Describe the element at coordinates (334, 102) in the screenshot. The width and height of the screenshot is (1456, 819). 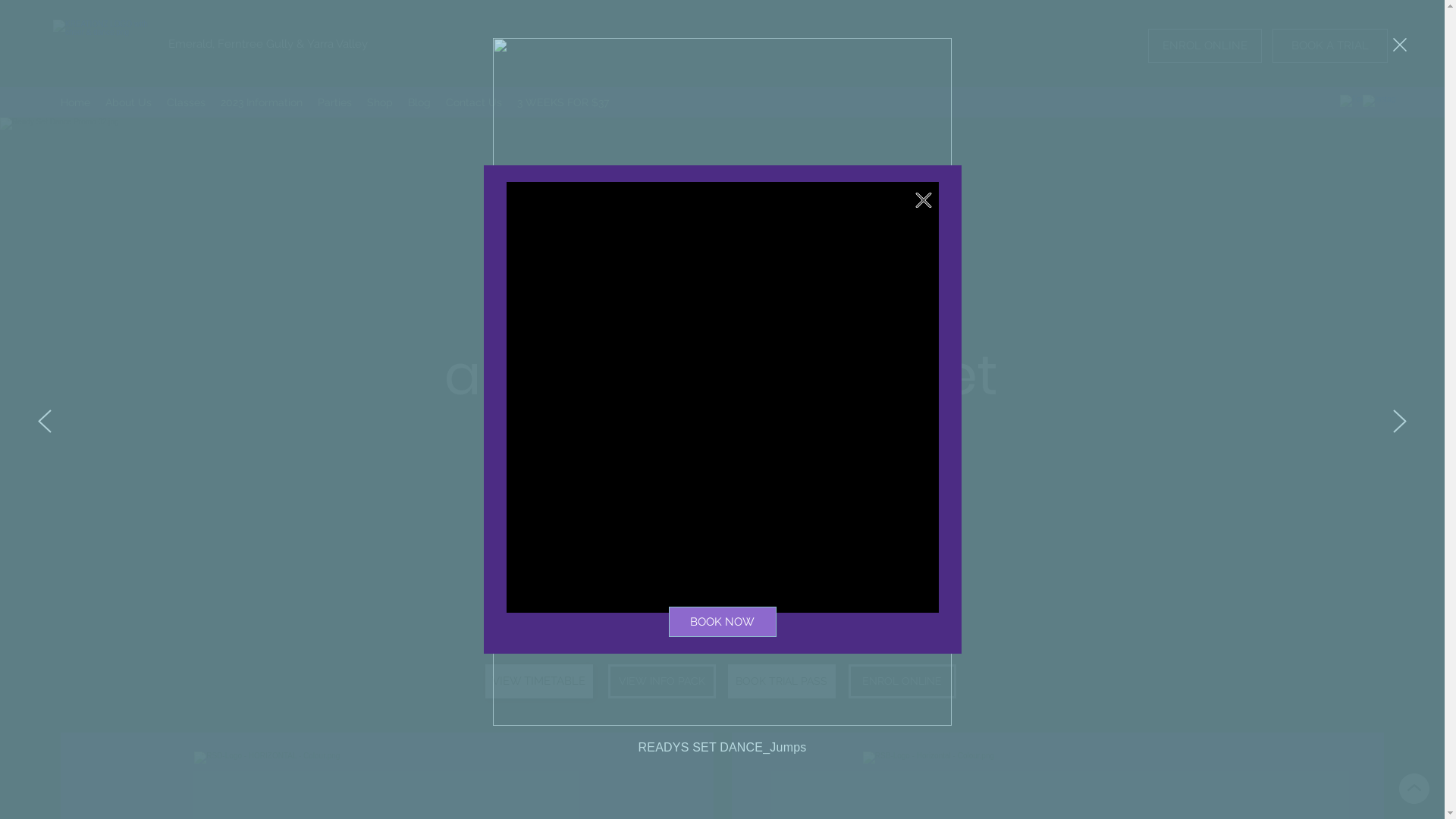
I see `'Parties'` at that location.